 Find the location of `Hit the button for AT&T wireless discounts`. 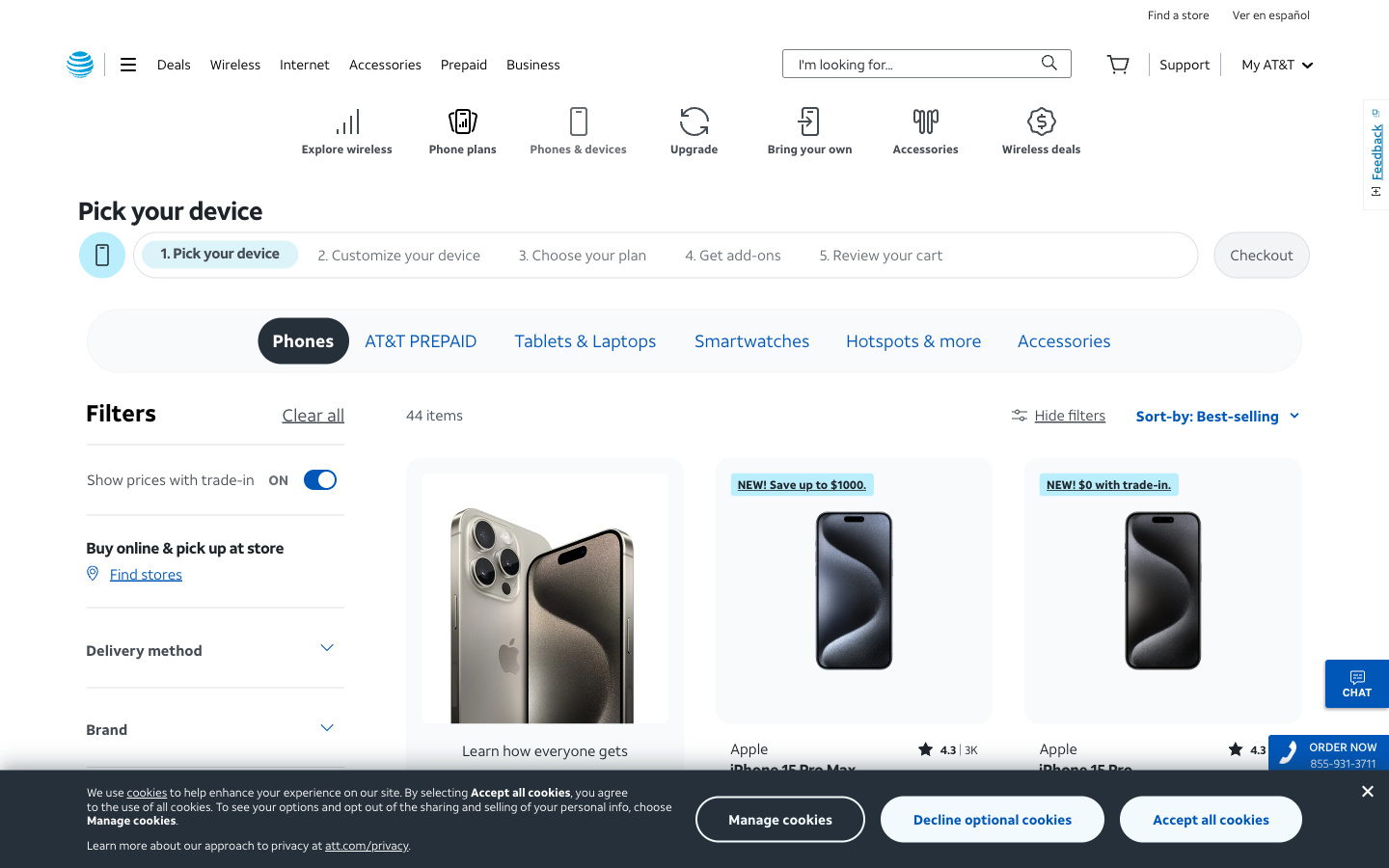

Hit the button for AT&T wireless discounts is located at coordinates (1042, 131).